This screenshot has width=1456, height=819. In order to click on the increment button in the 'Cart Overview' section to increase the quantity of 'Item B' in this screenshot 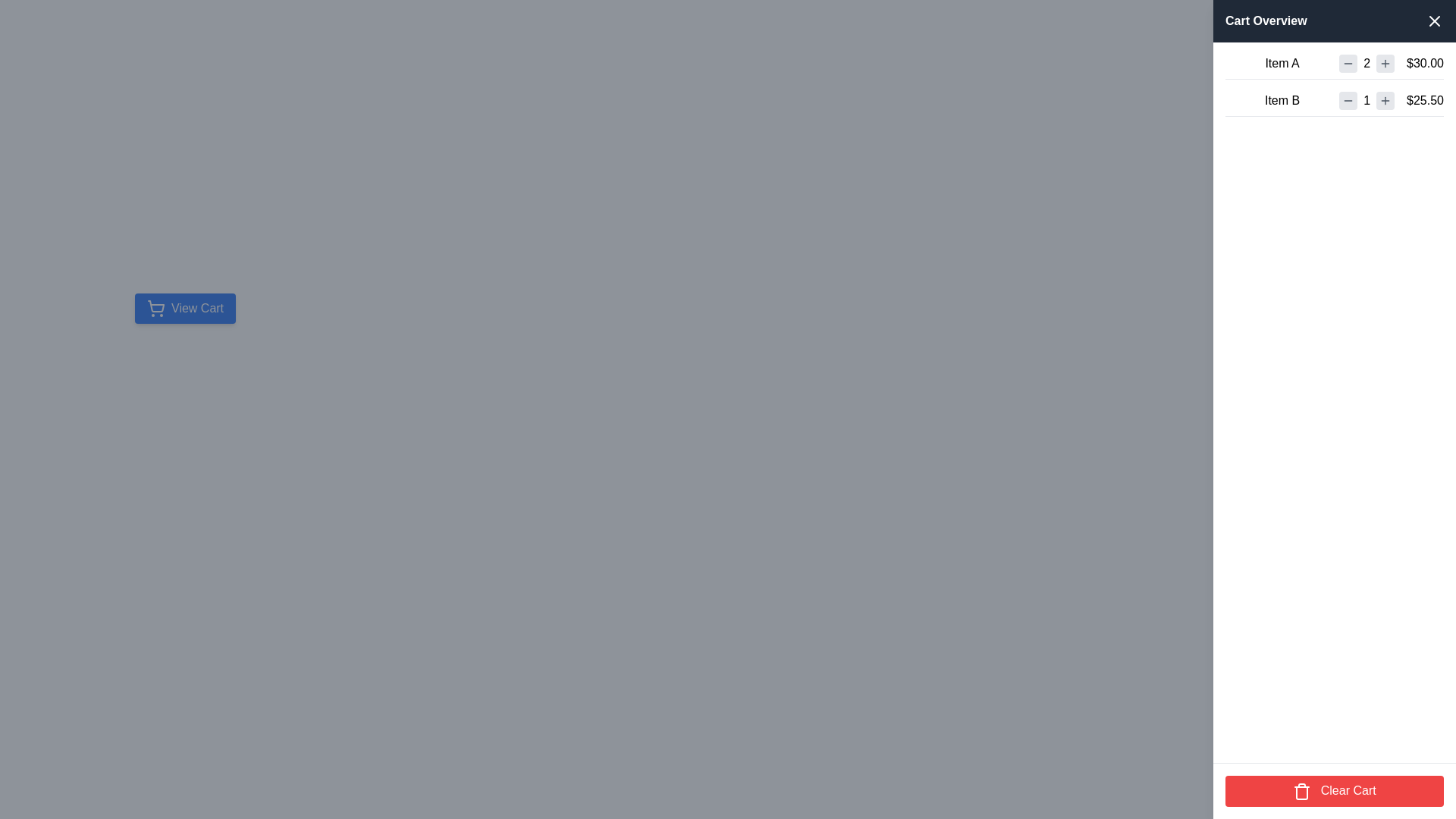, I will do `click(1385, 100)`.